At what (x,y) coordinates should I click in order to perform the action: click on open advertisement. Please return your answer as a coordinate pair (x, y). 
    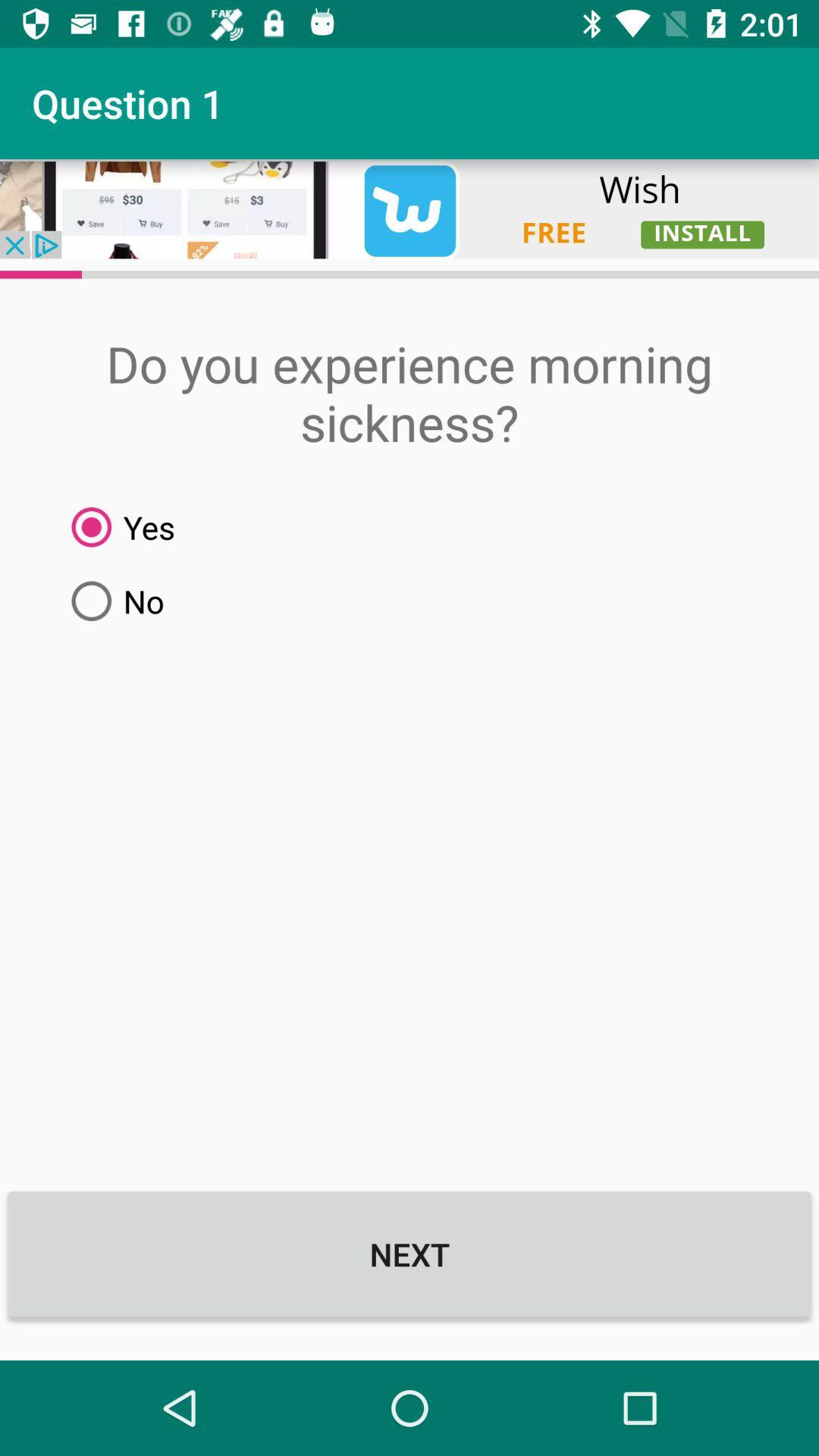
    Looking at the image, I should click on (409, 208).